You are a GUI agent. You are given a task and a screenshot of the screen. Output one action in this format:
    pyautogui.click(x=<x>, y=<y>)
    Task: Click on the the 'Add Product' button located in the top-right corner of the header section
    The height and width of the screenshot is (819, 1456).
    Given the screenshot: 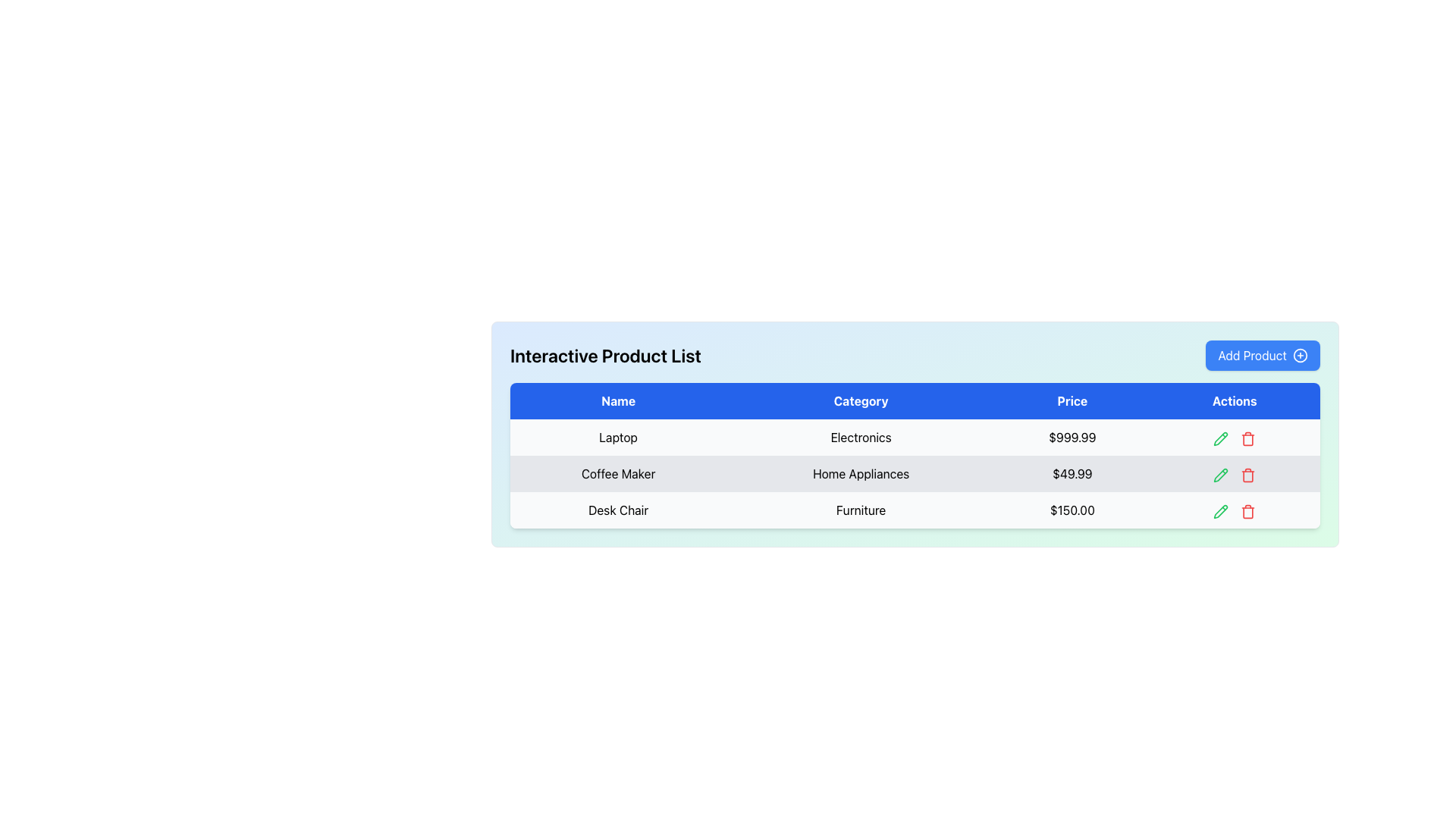 What is the action you would take?
    pyautogui.click(x=1263, y=356)
    